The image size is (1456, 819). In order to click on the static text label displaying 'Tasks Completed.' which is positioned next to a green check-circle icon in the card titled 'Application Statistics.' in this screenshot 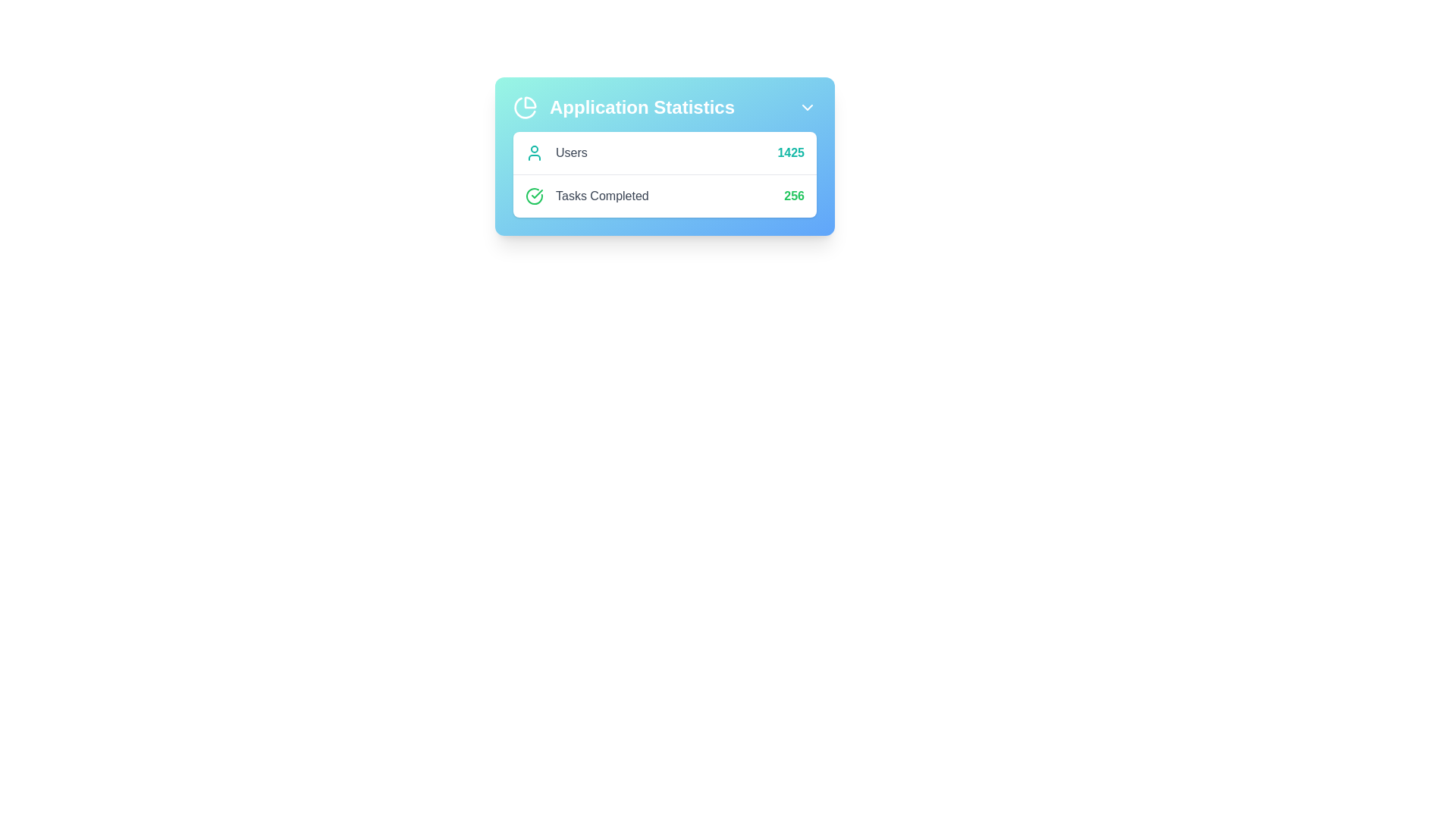, I will do `click(601, 195)`.